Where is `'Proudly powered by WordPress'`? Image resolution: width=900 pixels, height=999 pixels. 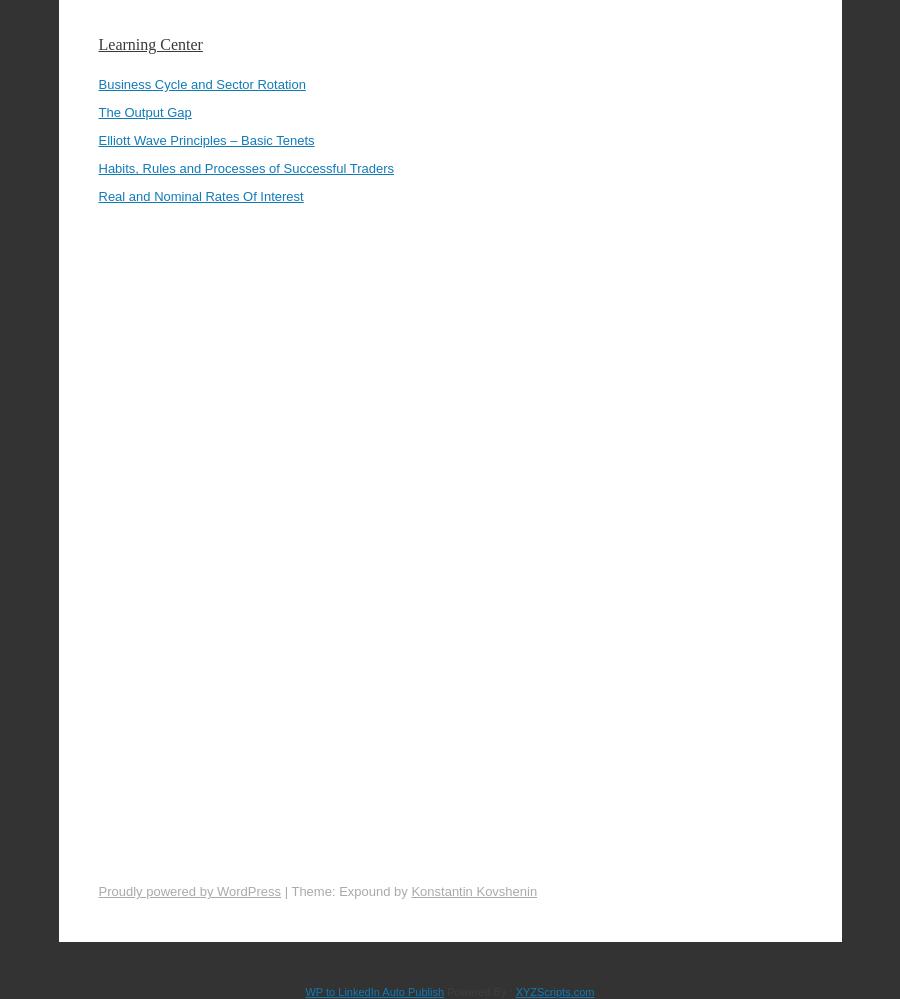
'Proudly powered by WordPress' is located at coordinates (189, 835).